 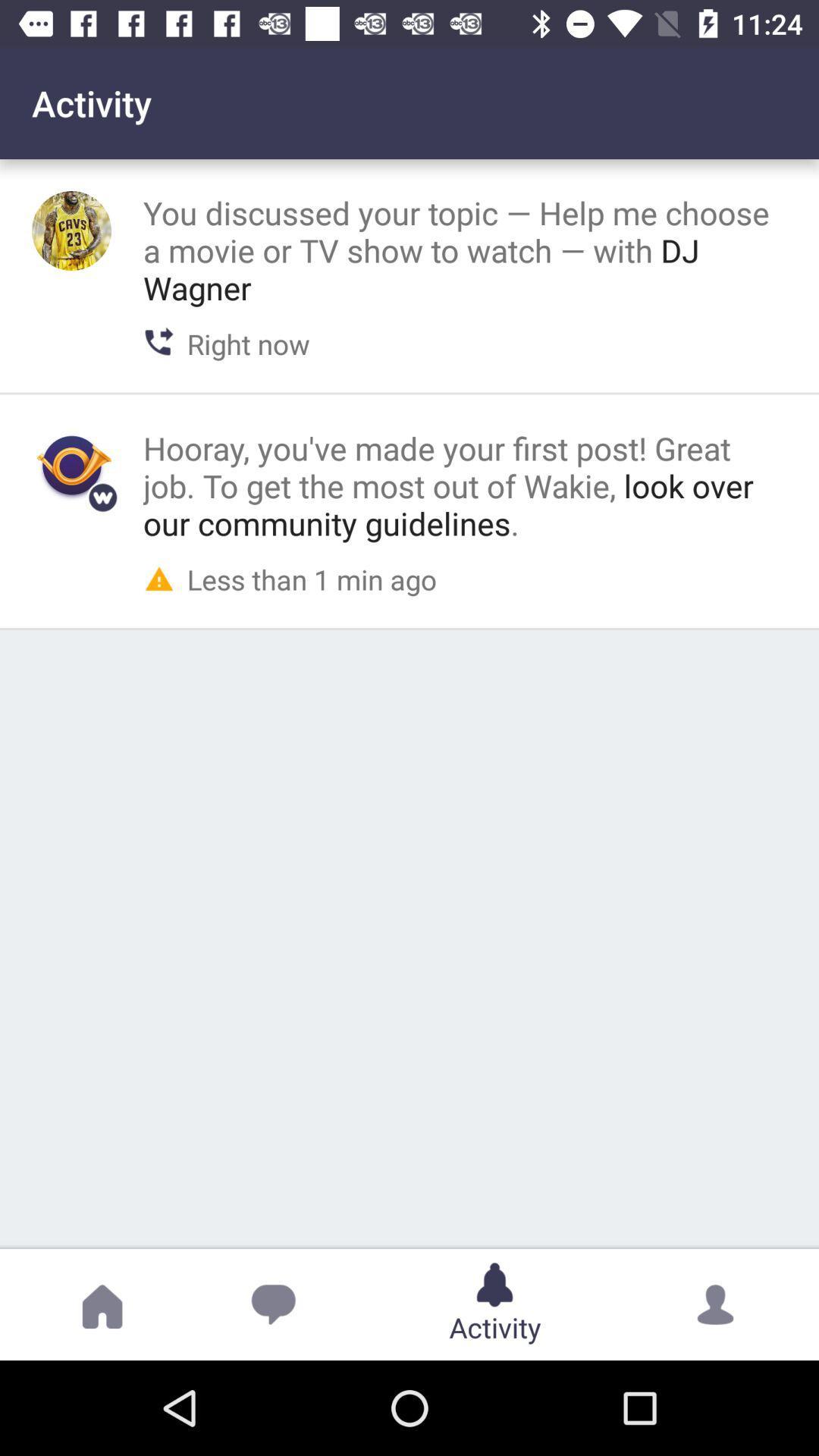 What do you see at coordinates (71, 465) in the screenshot?
I see `profile` at bounding box center [71, 465].